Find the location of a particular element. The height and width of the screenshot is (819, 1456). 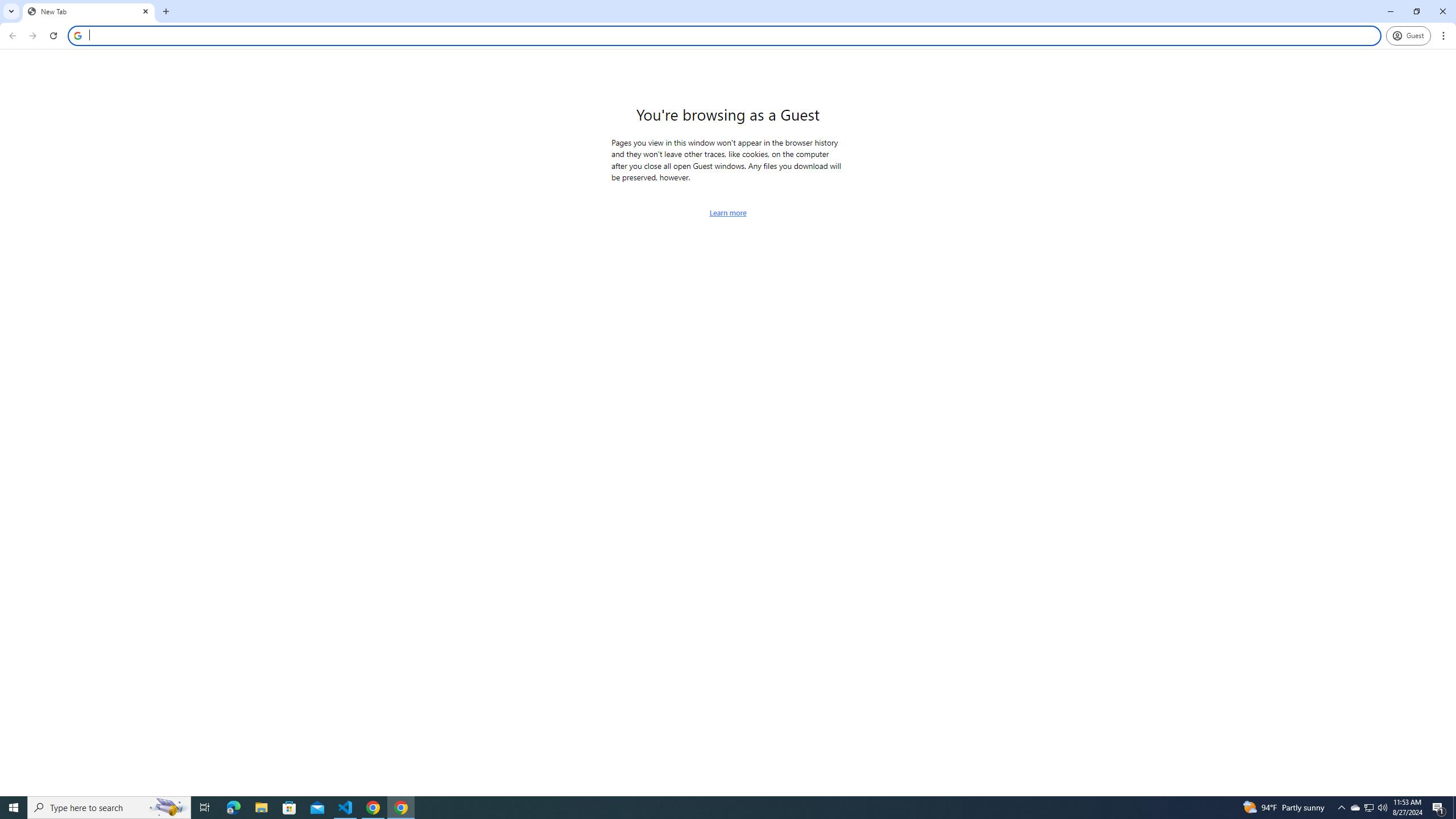

'New Tab' is located at coordinates (88, 11).